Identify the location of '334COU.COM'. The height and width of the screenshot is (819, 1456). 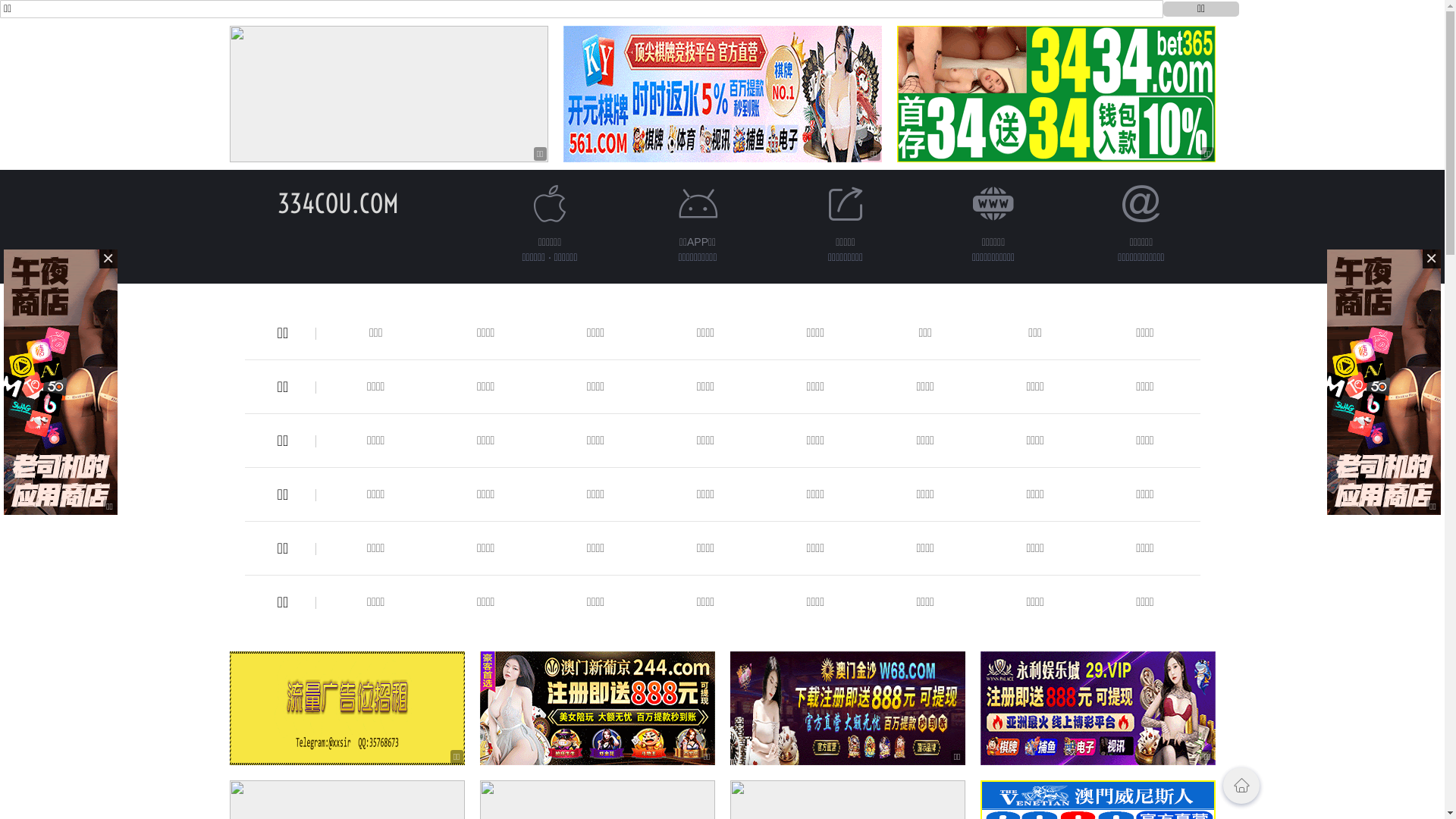
(337, 202).